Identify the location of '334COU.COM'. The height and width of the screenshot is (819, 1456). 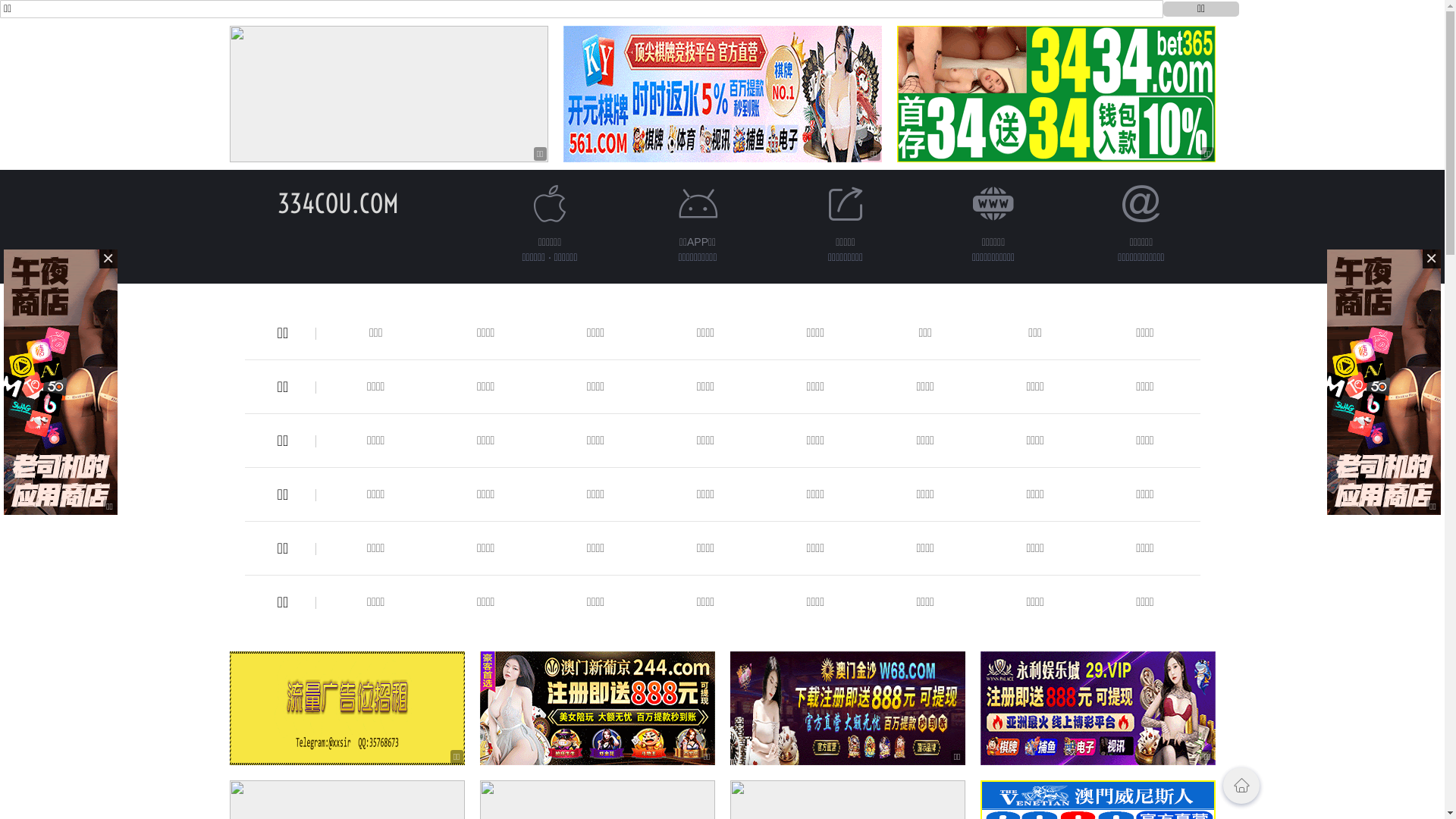
(337, 202).